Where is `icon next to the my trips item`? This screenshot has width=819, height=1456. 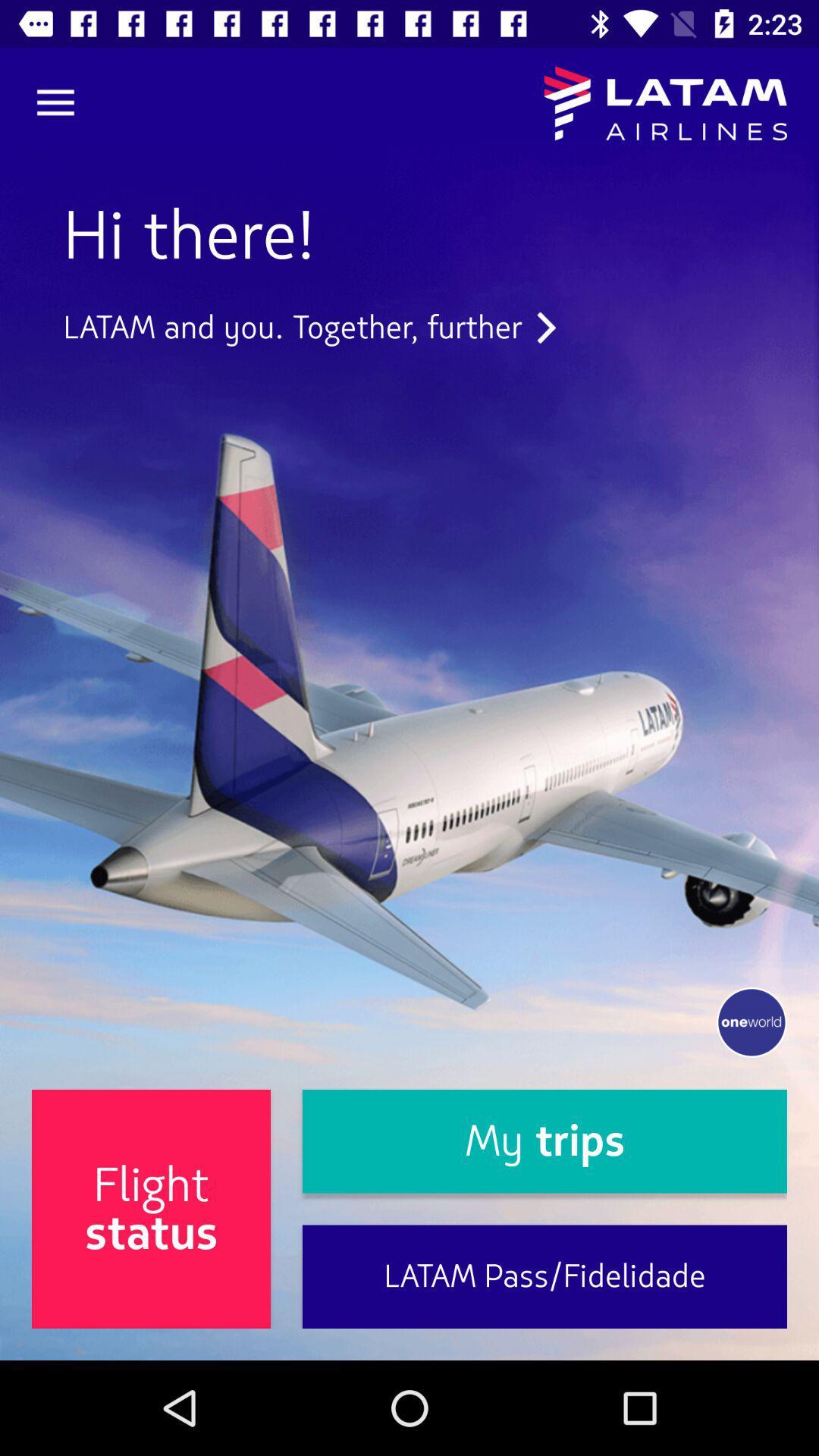
icon next to the my trips item is located at coordinates (151, 1208).